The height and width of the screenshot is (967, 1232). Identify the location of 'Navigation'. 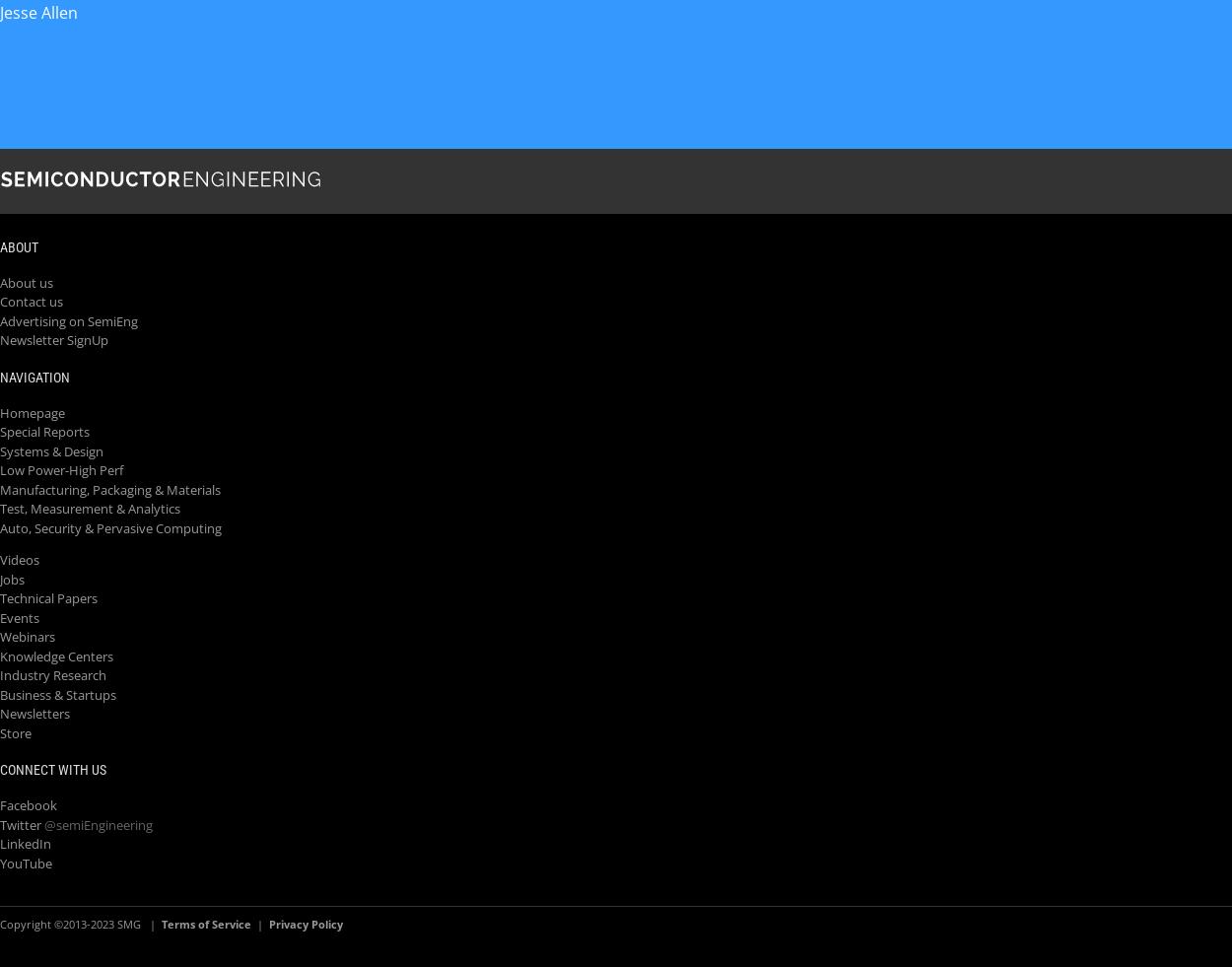
(34, 376).